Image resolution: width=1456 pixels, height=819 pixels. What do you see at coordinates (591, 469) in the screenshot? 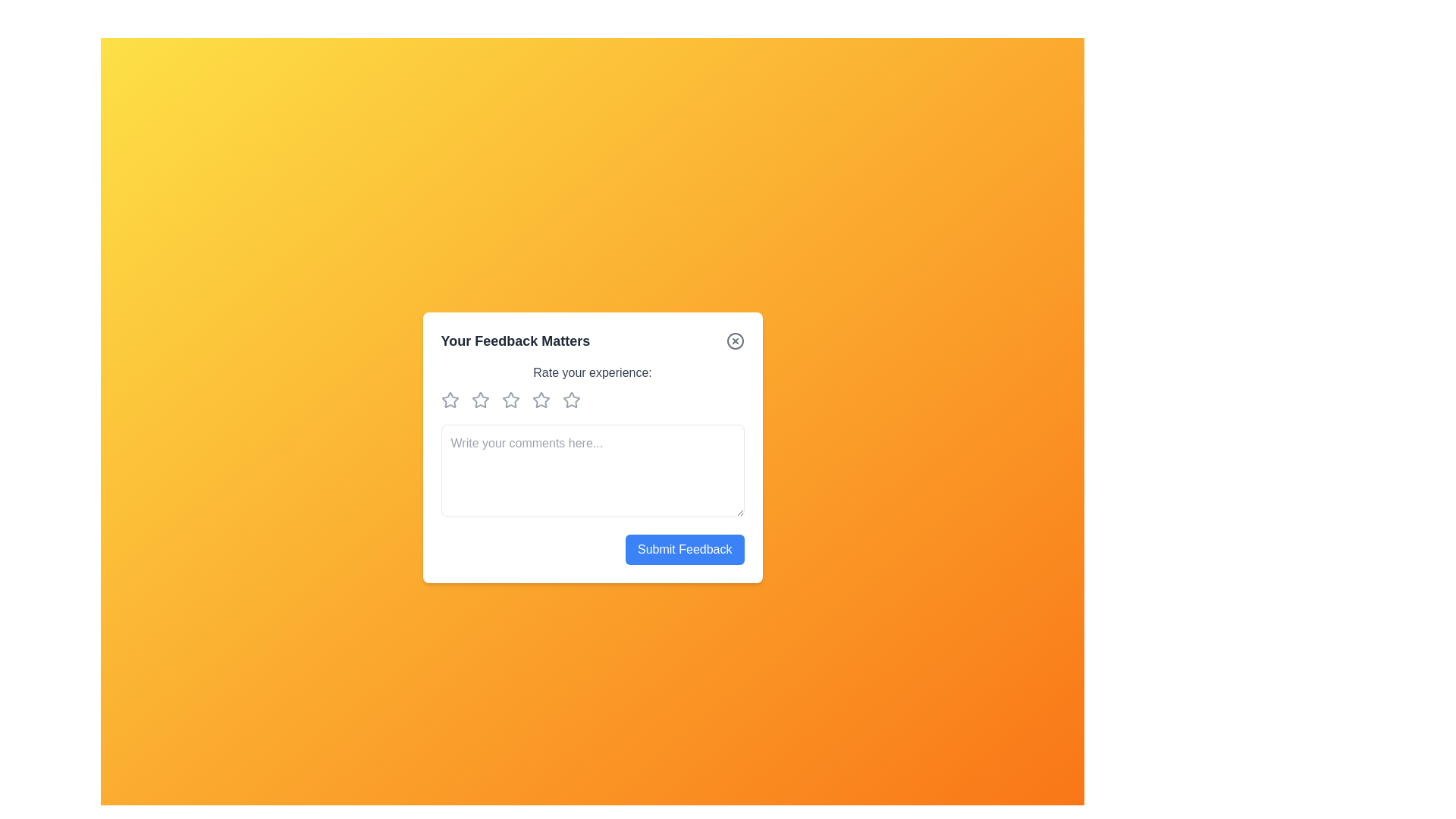
I see `the text area and type the comment` at bounding box center [591, 469].